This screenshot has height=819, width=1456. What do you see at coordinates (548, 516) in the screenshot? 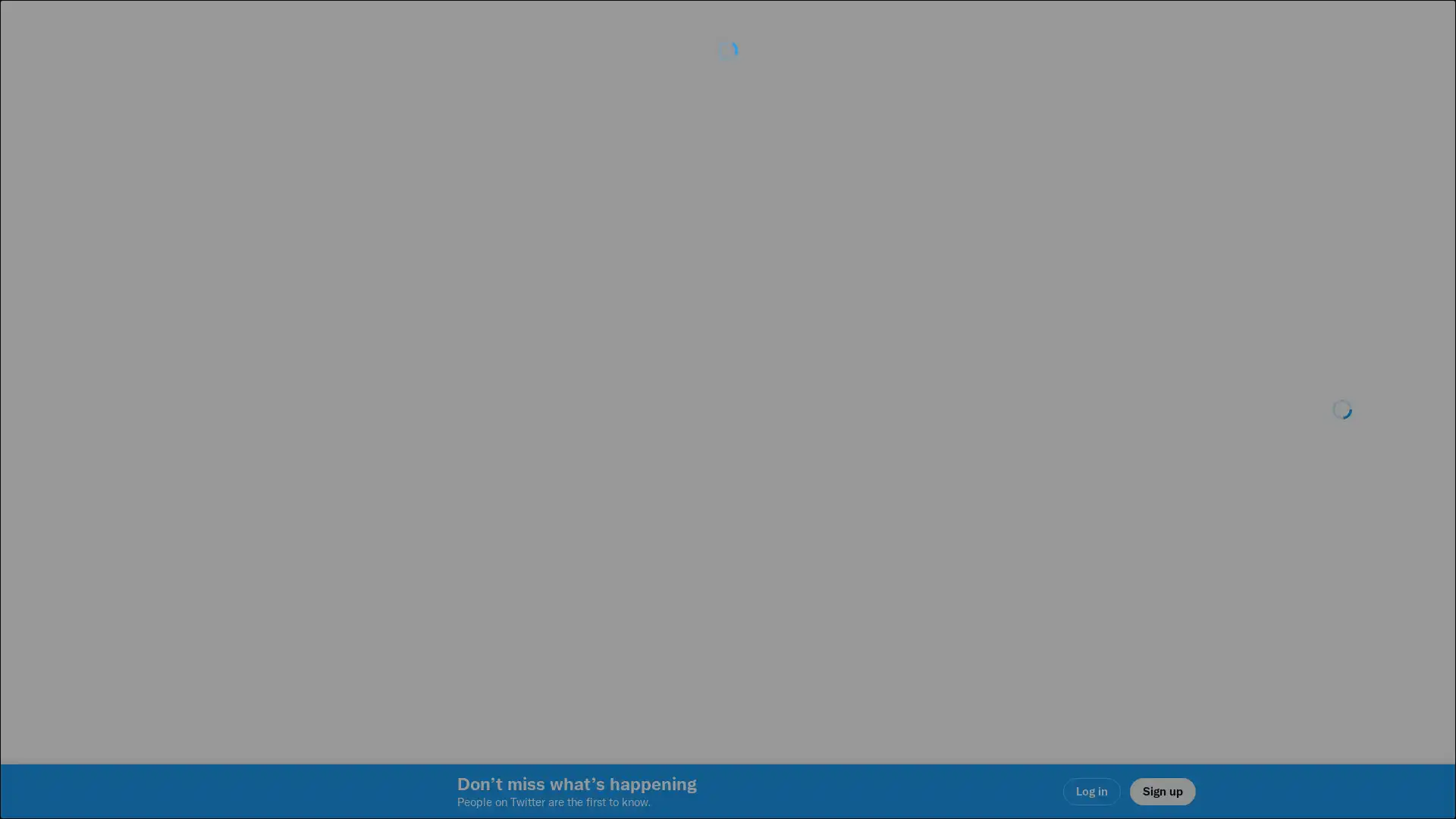
I see `Sign up` at bounding box center [548, 516].